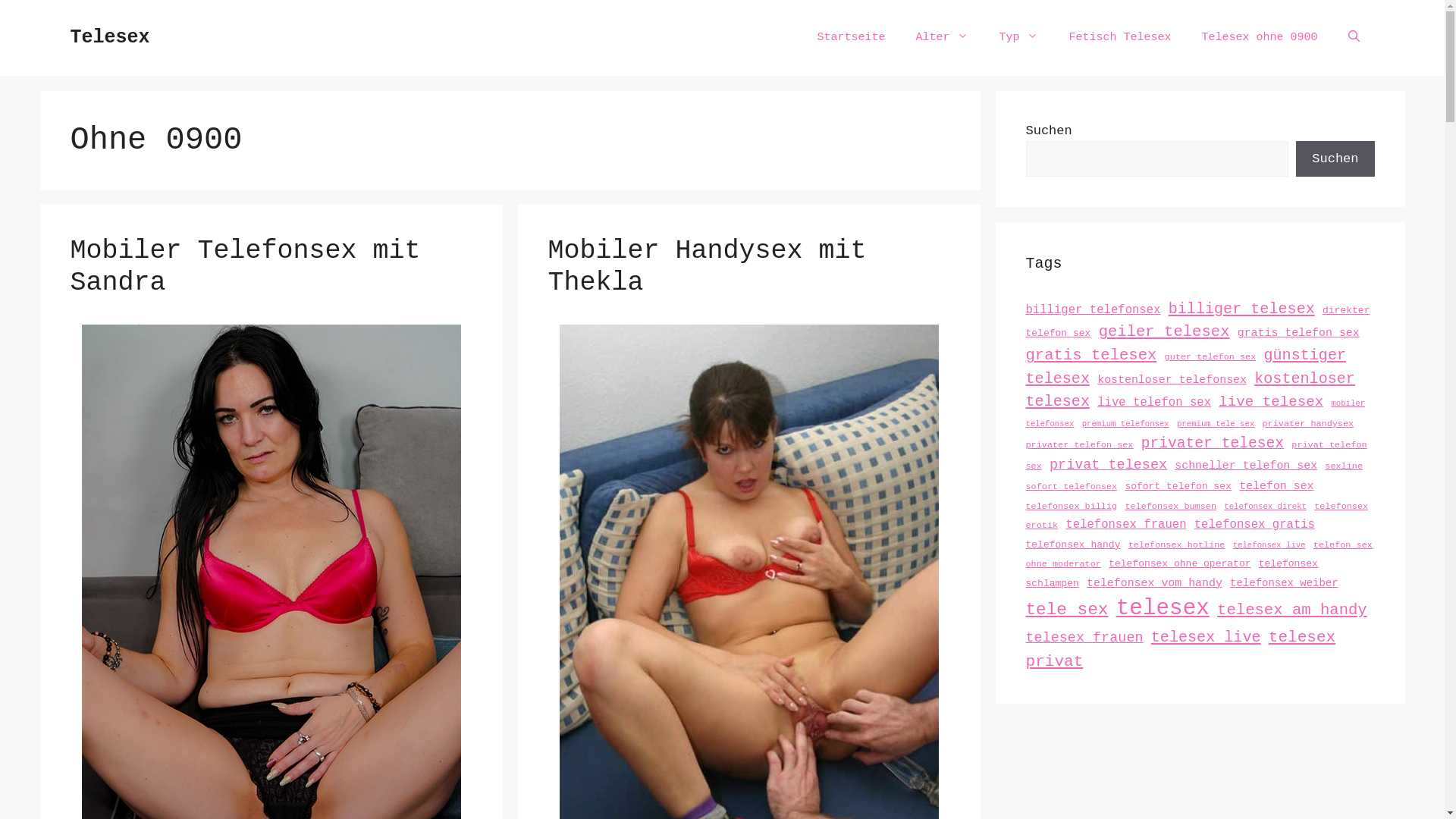 Image resolution: width=1456 pixels, height=819 pixels. I want to click on 'telesex frauen', so click(1083, 638).